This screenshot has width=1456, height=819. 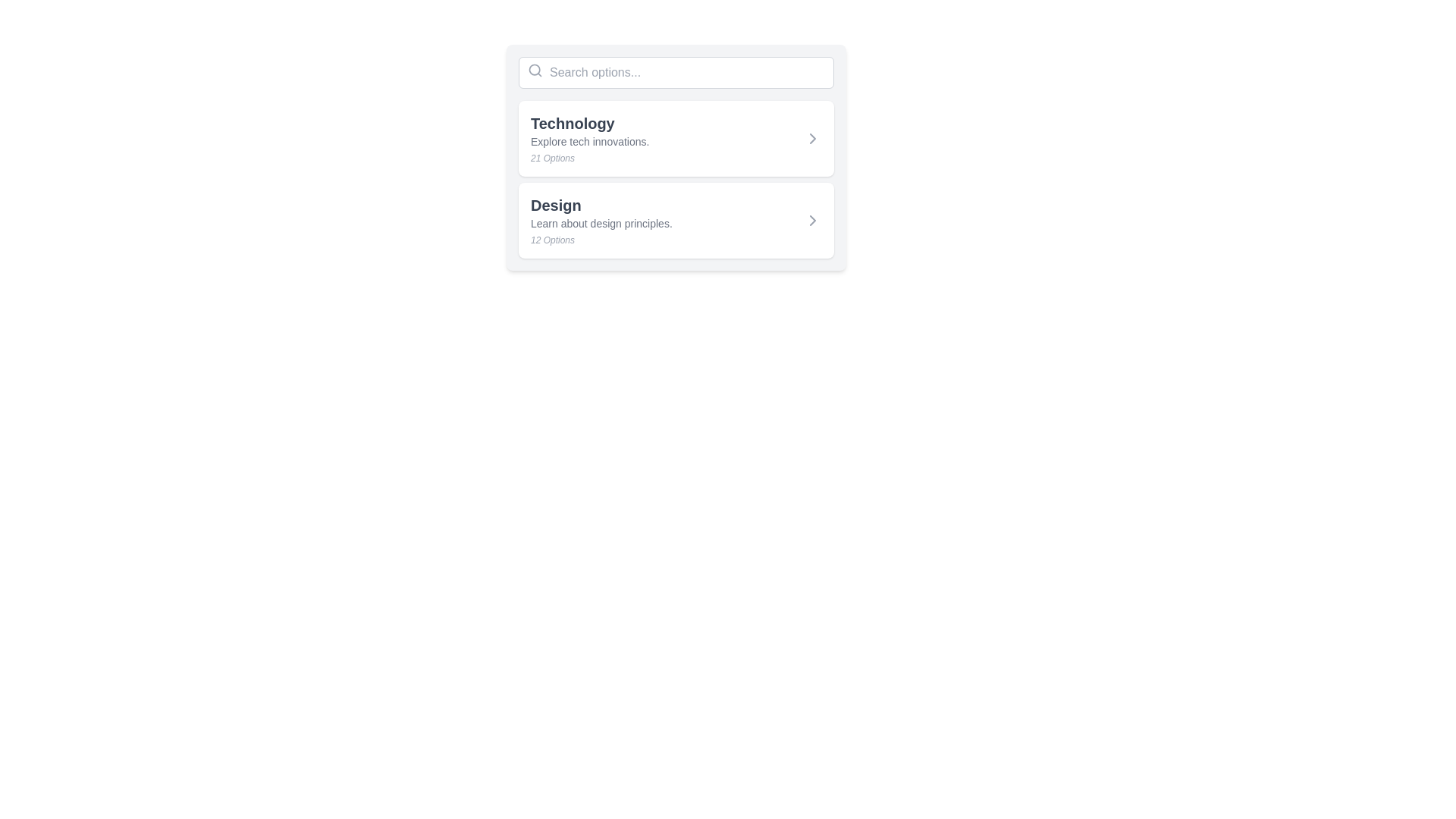 What do you see at coordinates (535, 70) in the screenshot?
I see `the search icon that visually represents the search functionality, positioned to the left of the input field with the placeholder text 'Search options...'` at bounding box center [535, 70].